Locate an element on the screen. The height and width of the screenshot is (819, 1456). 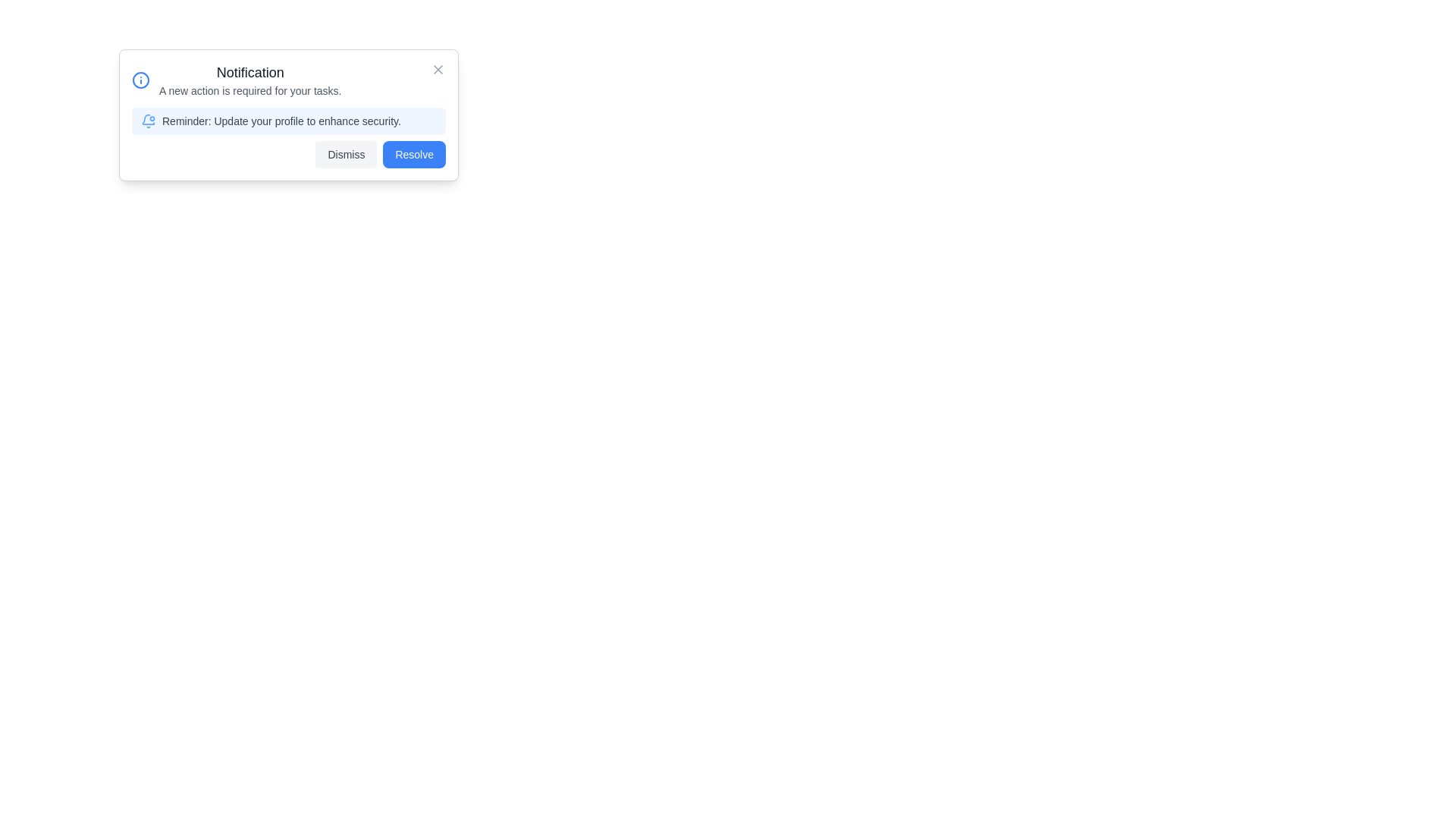
the light blue circular shape with a thin border, which is the central part of the notification icon is located at coordinates (141, 80).